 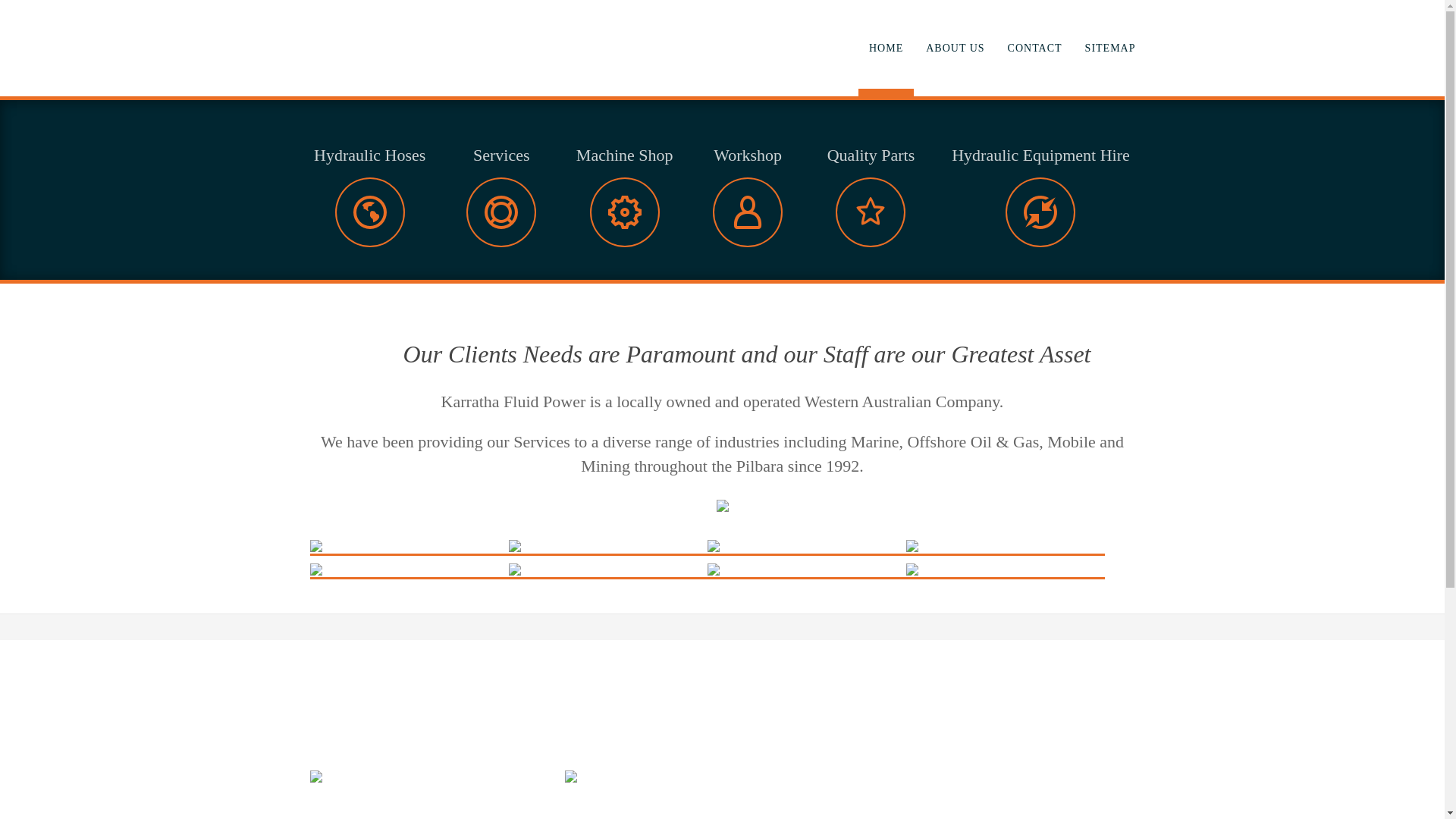 I want to click on 'icon', so click(x=336, y=212).